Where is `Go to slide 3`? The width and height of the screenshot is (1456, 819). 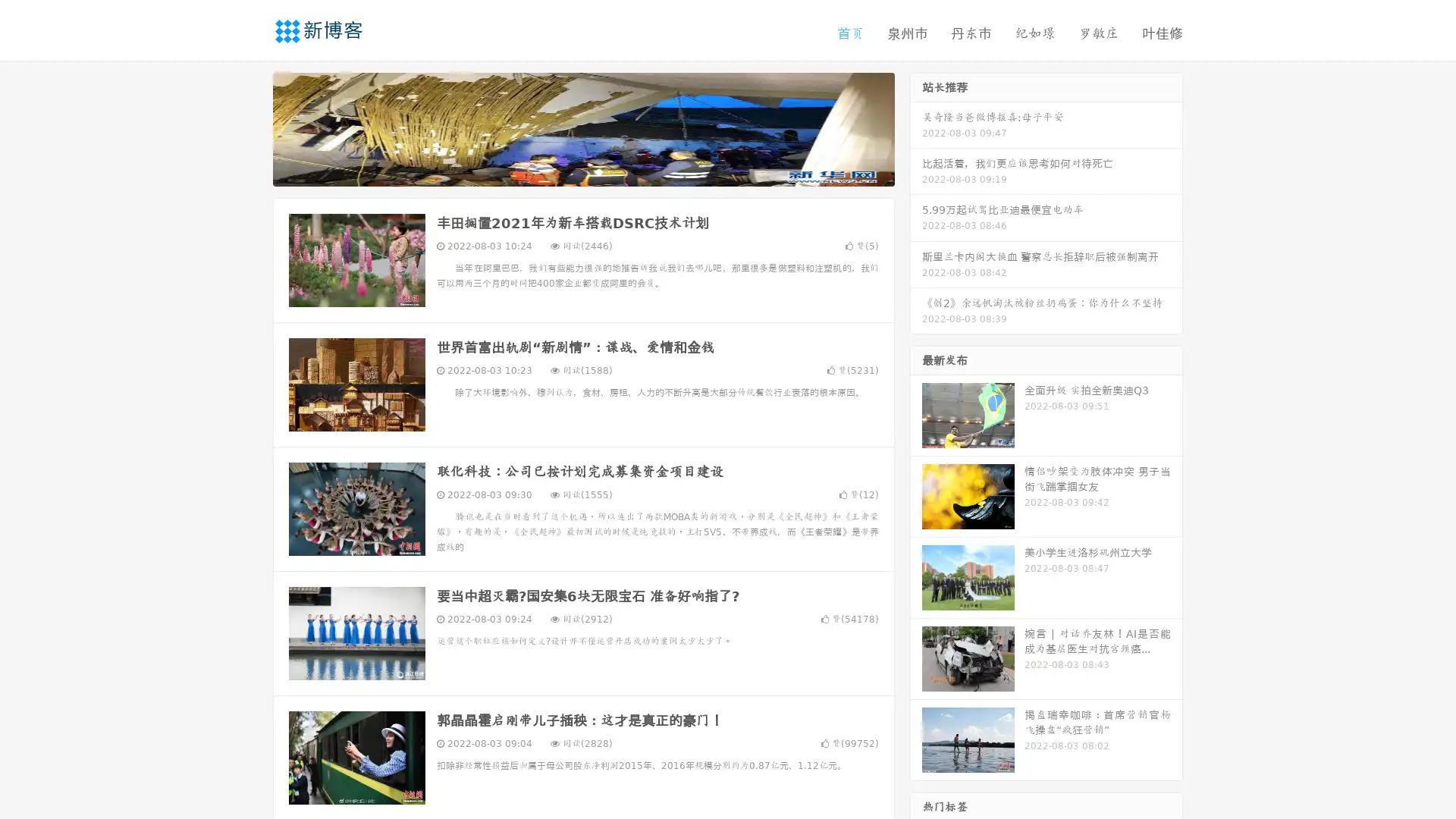 Go to slide 3 is located at coordinates (598, 171).